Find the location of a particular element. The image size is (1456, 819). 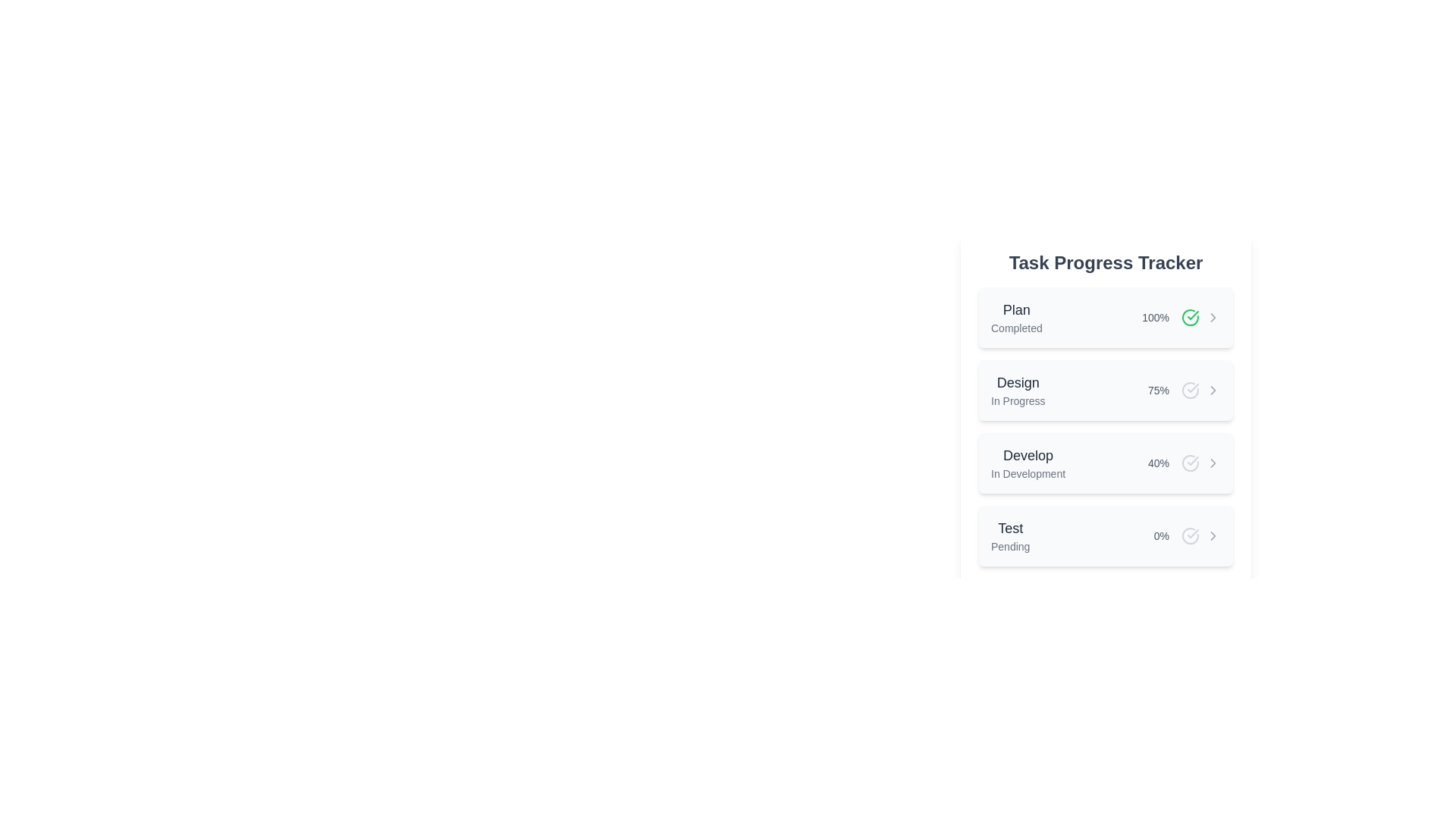

the progress percentage text displayed in gray font within the 'Design' progress tracker card, located to the left of the checkmark and arrow icons is located at coordinates (1183, 390).